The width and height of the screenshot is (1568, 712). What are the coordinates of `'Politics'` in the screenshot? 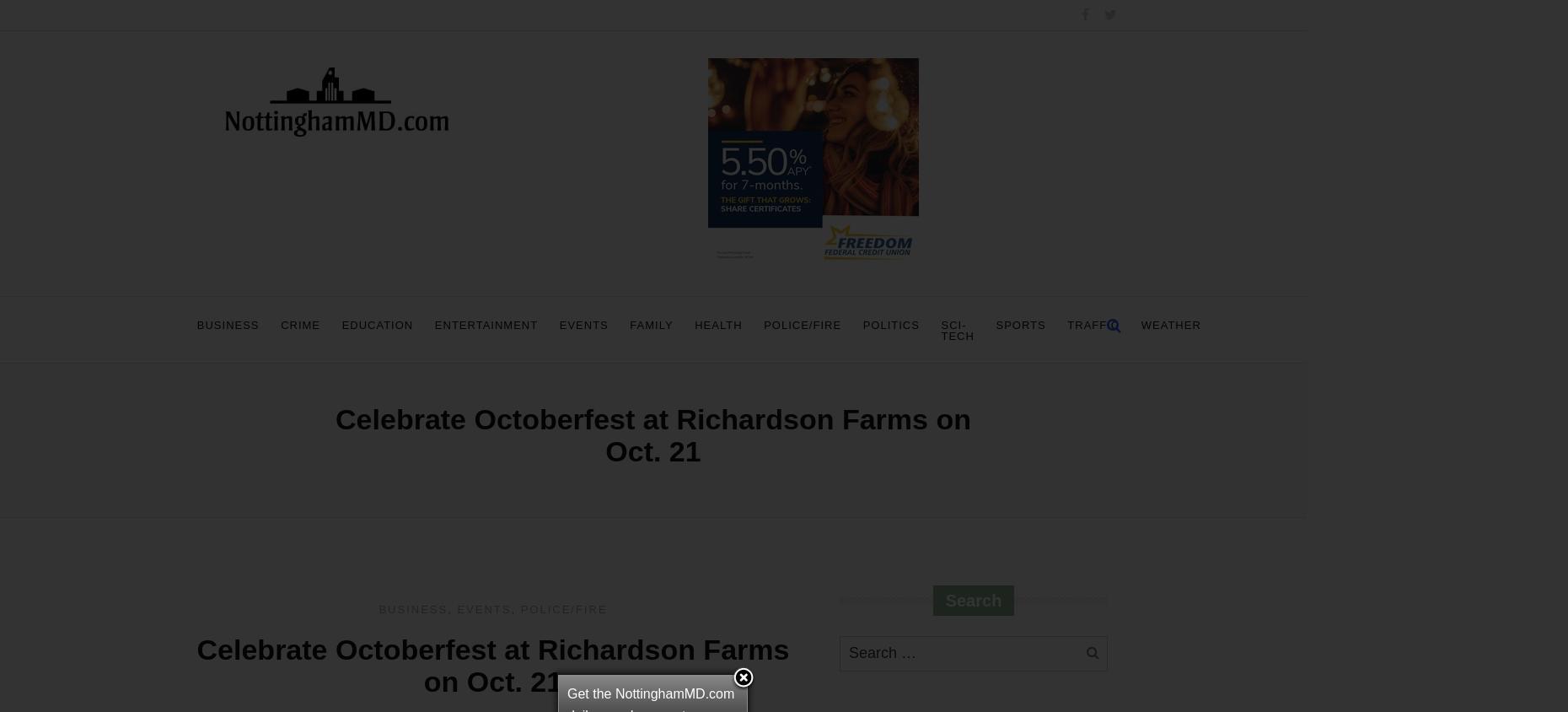 It's located at (890, 324).